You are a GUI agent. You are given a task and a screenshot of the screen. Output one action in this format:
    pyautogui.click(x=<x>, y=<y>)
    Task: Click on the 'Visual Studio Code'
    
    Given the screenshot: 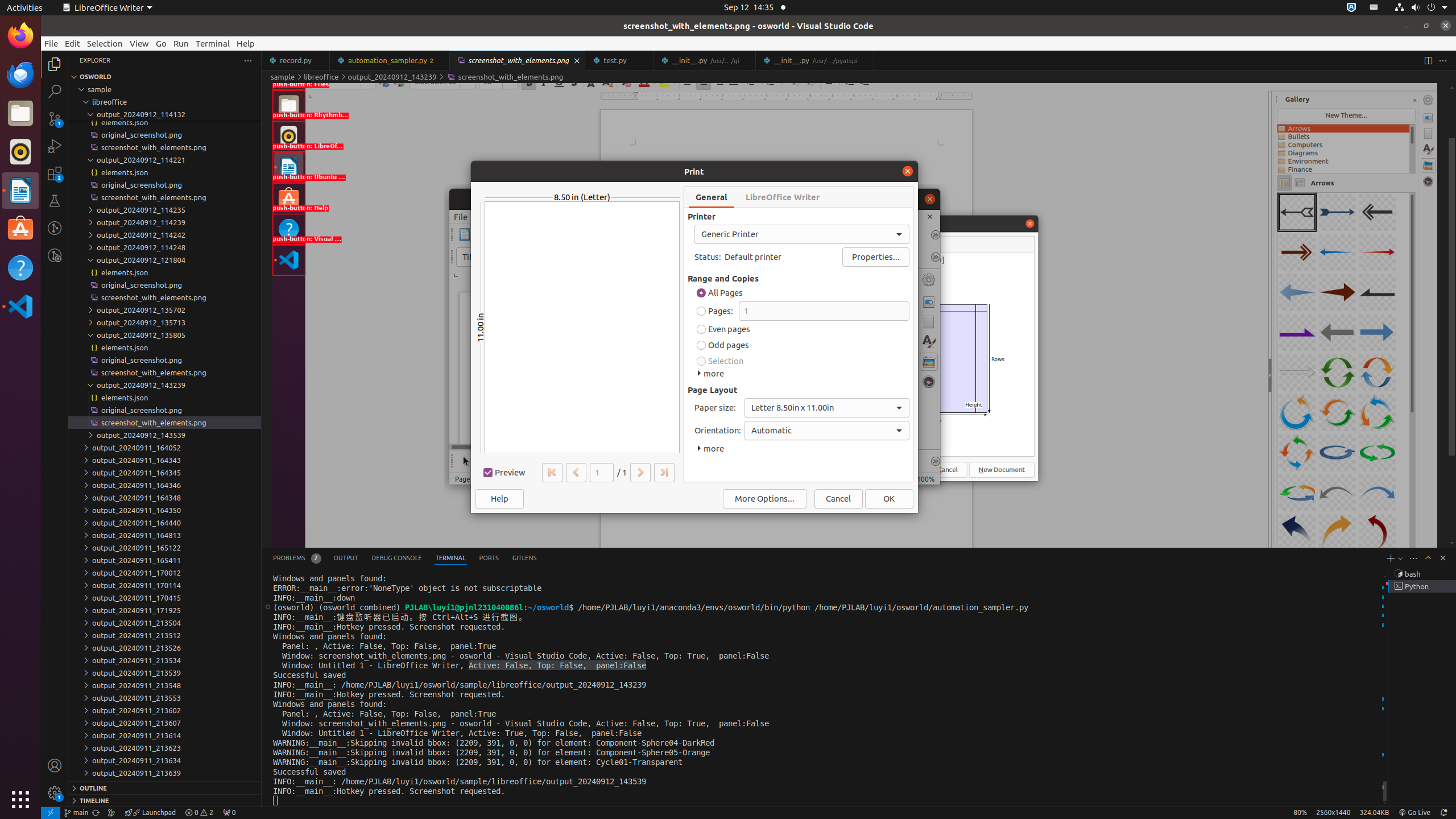 What is the action you would take?
    pyautogui.click(x=20, y=305)
    